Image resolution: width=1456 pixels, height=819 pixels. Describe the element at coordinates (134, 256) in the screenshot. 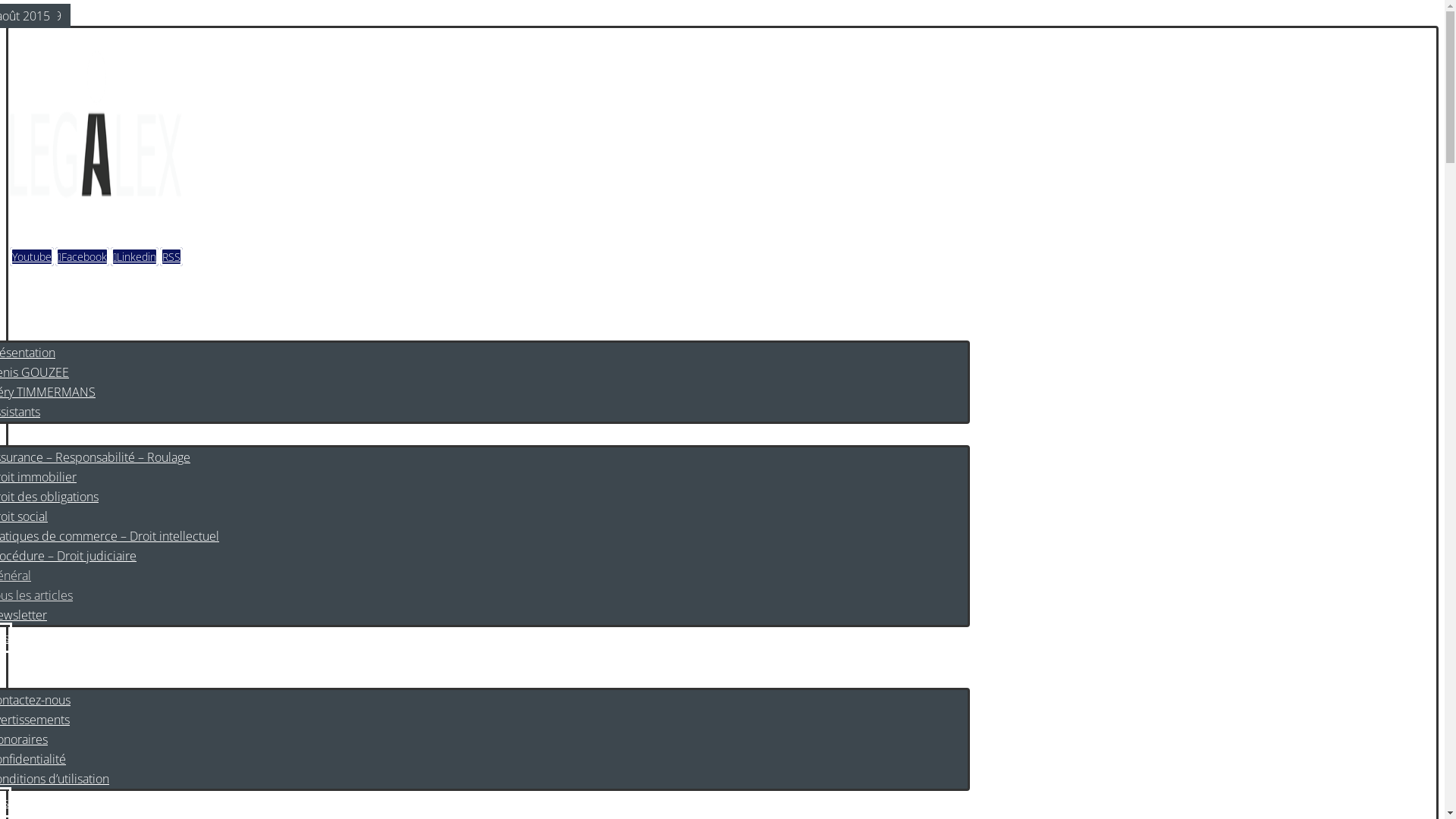

I see `'Linkedin'` at that location.